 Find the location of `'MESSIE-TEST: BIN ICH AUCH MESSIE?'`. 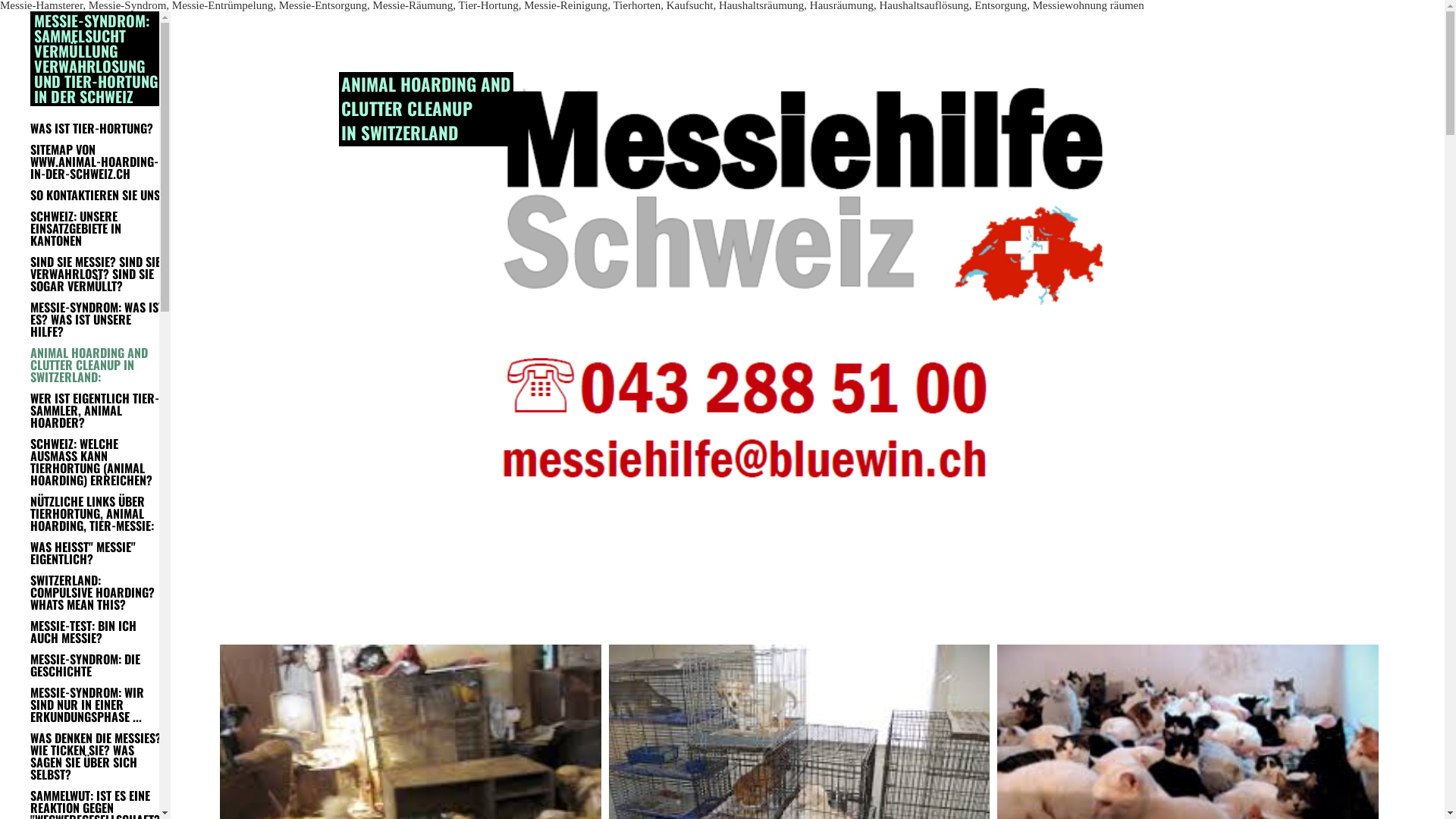

'MESSIE-TEST: BIN ICH AUCH MESSIE?' is located at coordinates (96, 632).